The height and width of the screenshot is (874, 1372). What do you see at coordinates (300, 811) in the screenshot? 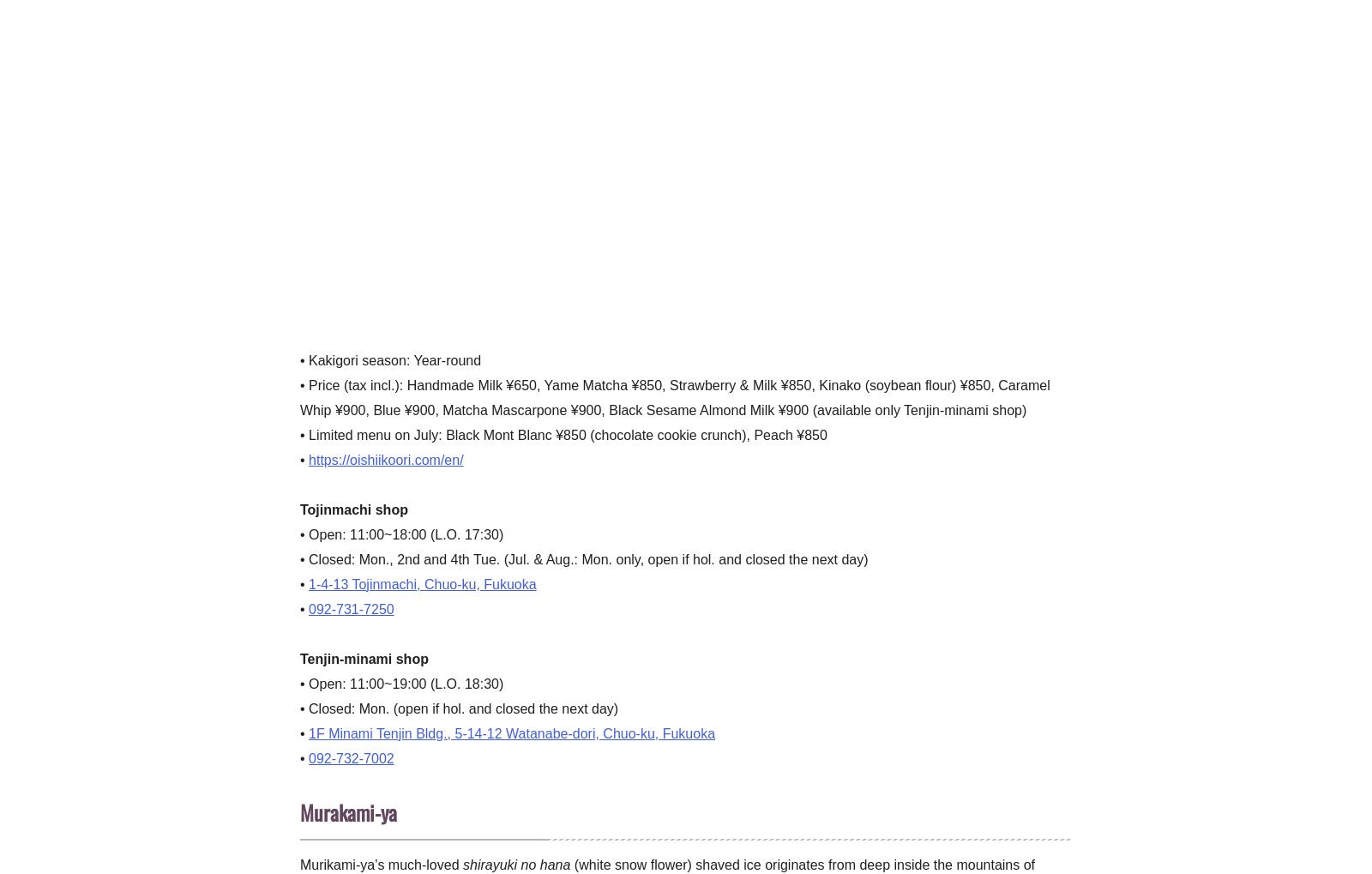
I see `'Murakami-ya'` at bounding box center [300, 811].